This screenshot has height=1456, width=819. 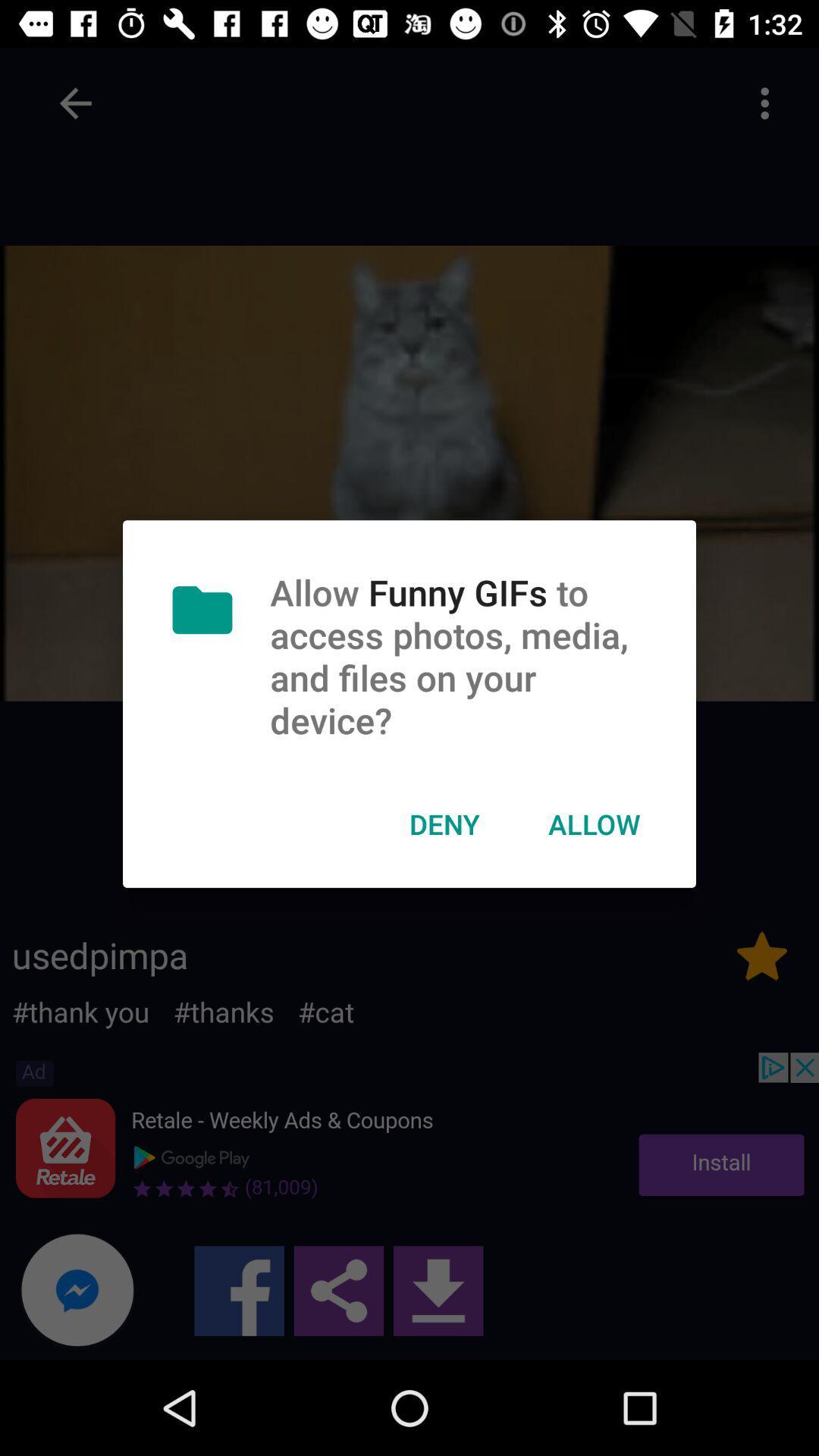 What do you see at coordinates (75, 102) in the screenshot?
I see `go back` at bounding box center [75, 102].